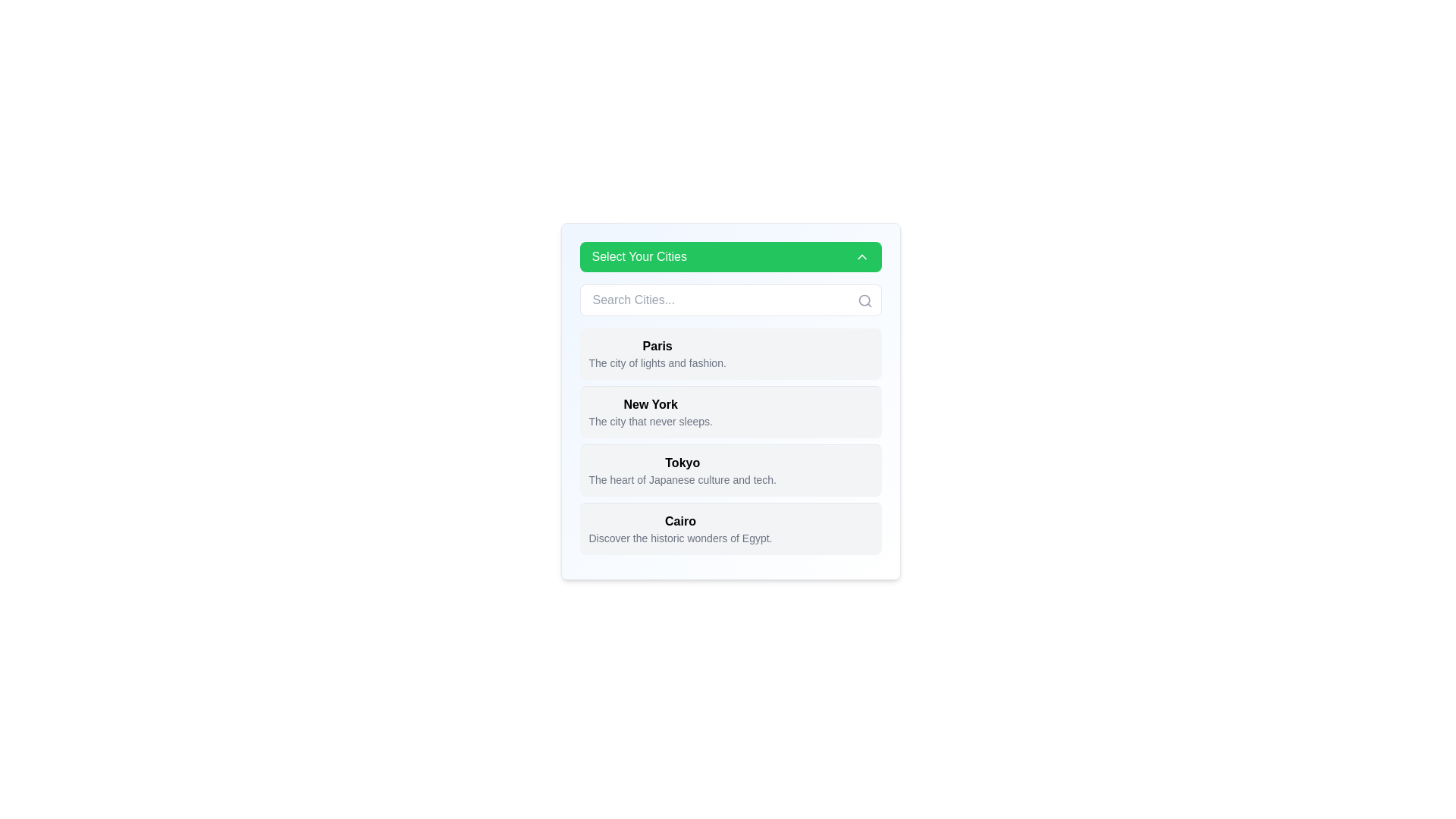 This screenshot has height=819, width=1456. I want to click on the selectable list item labeled 'Tokyo', which is the third item in a vertical list under the 'Select Your Cities' header, so click(730, 469).